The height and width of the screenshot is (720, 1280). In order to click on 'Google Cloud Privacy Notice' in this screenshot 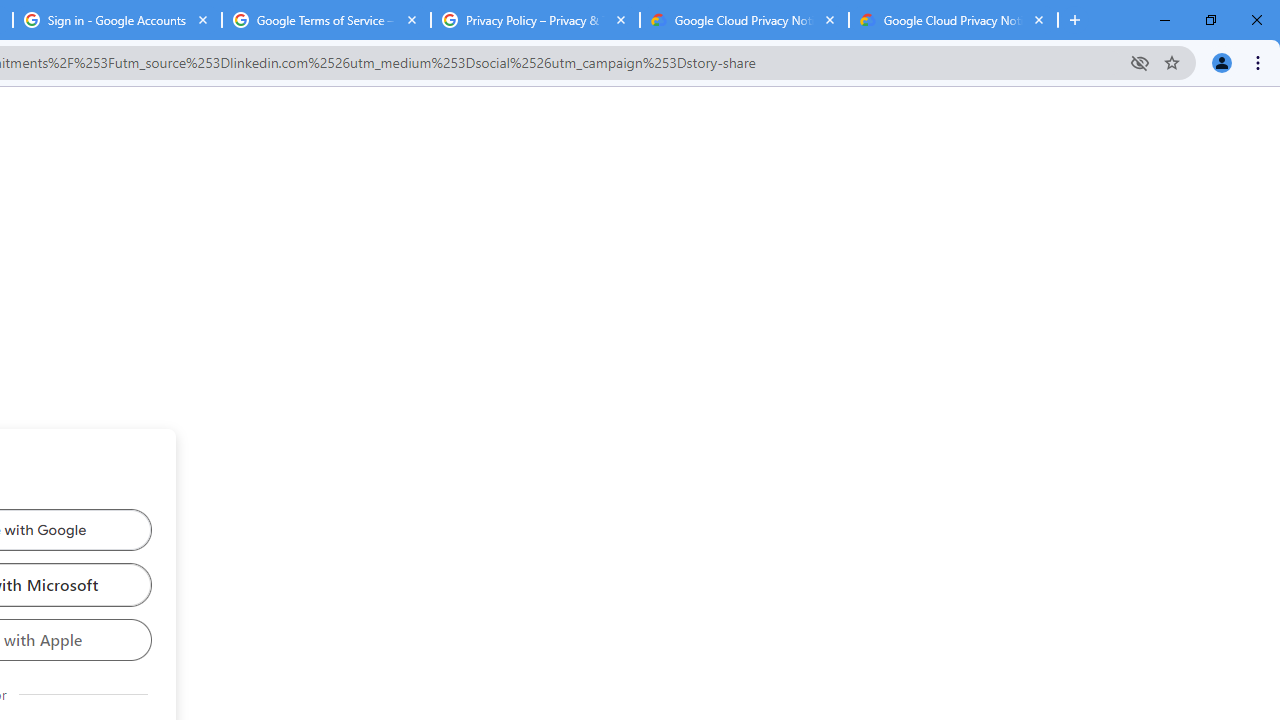, I will do `click(743, 20)`.